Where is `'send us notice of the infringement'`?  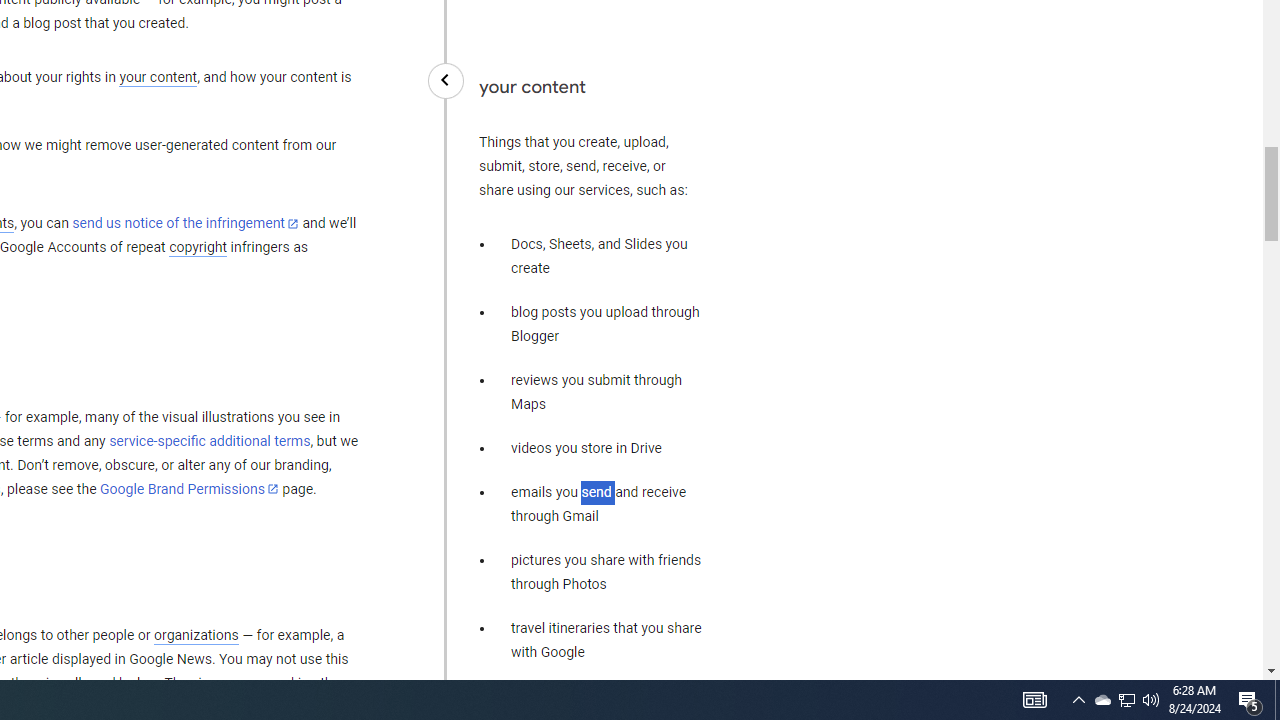
'send us notice of the infringement' is located at coordinates (185, 224).